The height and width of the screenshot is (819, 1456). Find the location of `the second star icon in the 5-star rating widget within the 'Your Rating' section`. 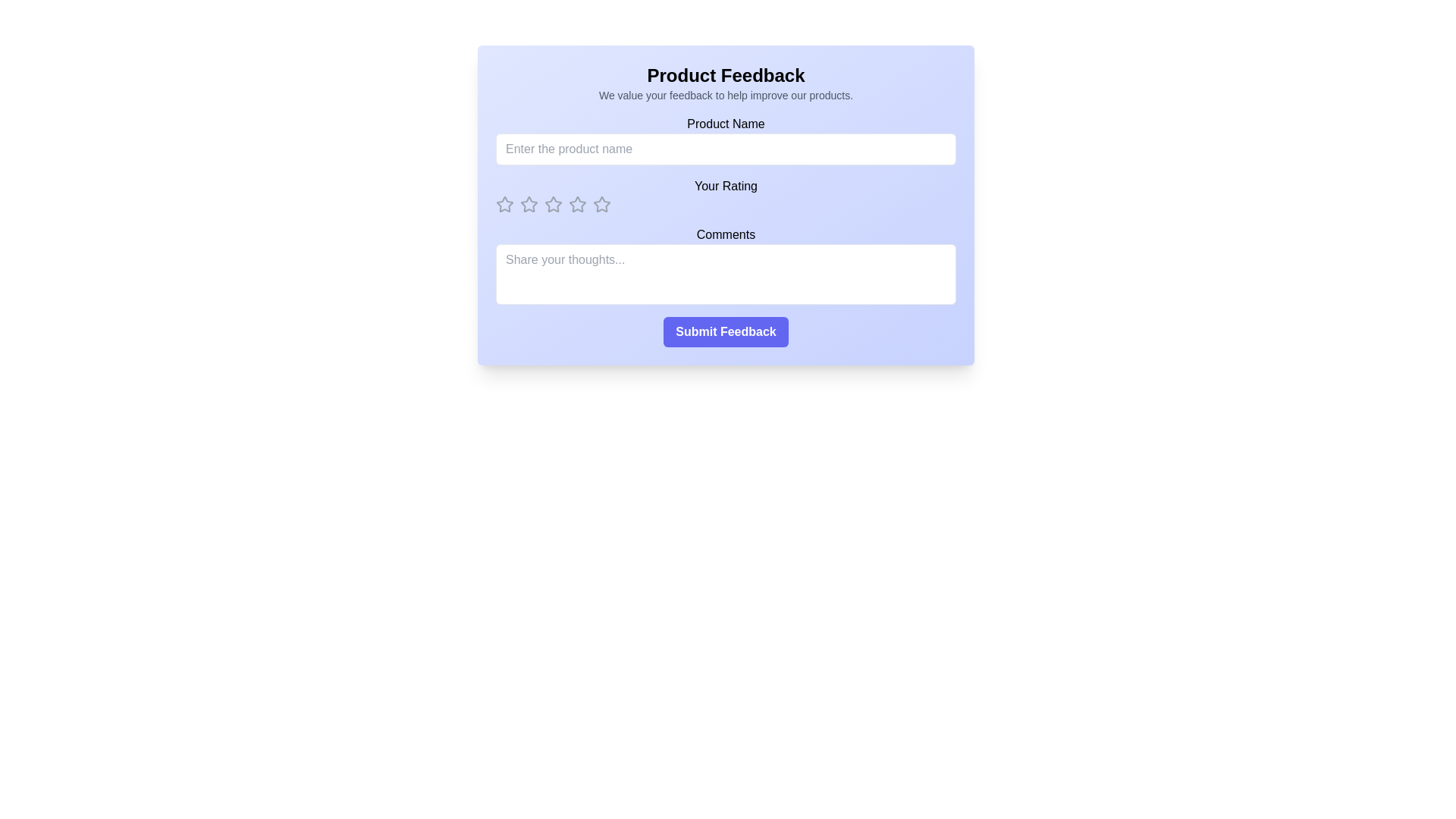

the second star icon in the 5-star rating widget within the 'Your Rating' section is located at coordinates (601, 203).